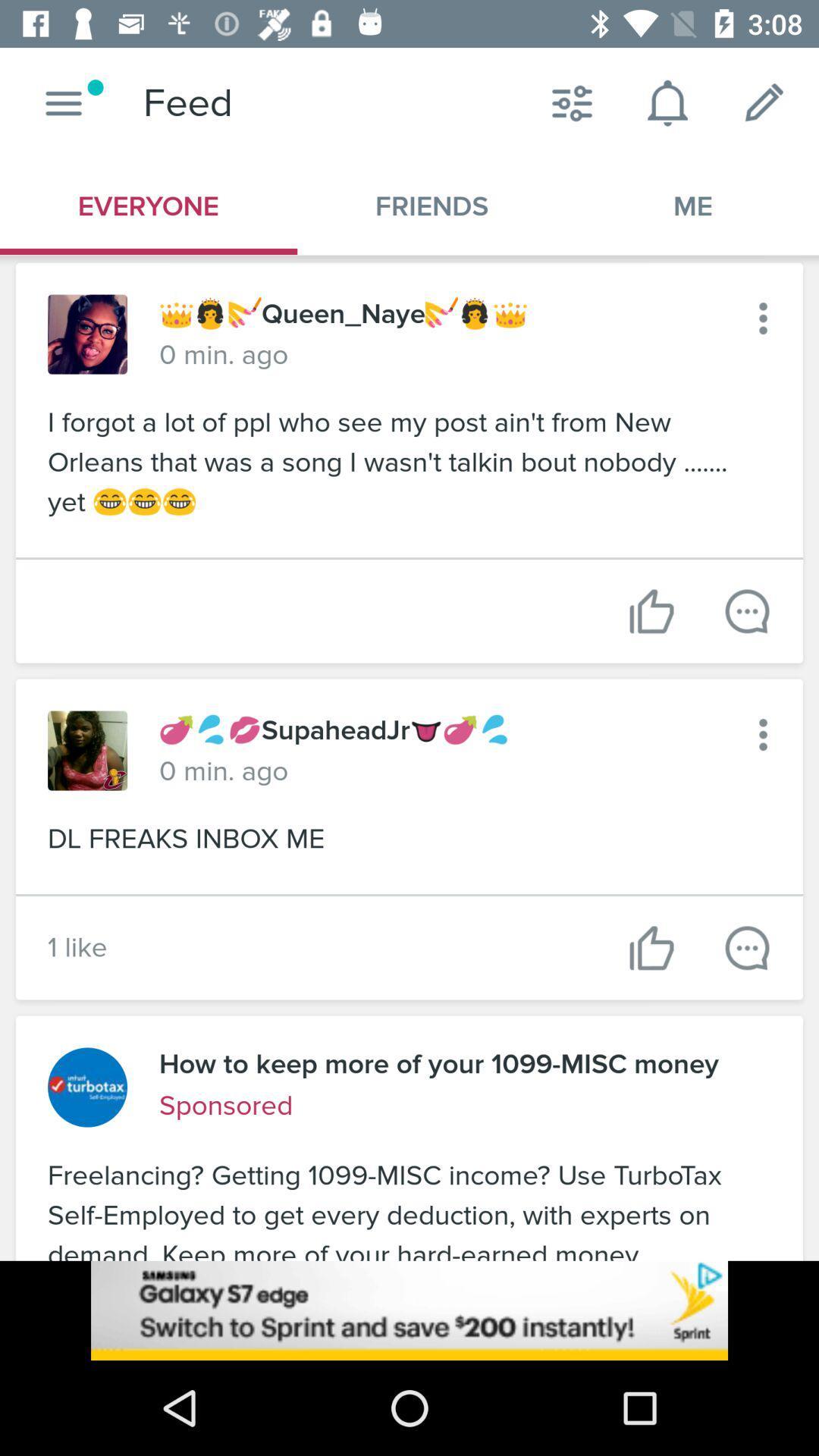 The width and height of the screenshot is (819, 1456). Describe the element at coordinates (651, 611) in the screenshot. I see `like` at that location.